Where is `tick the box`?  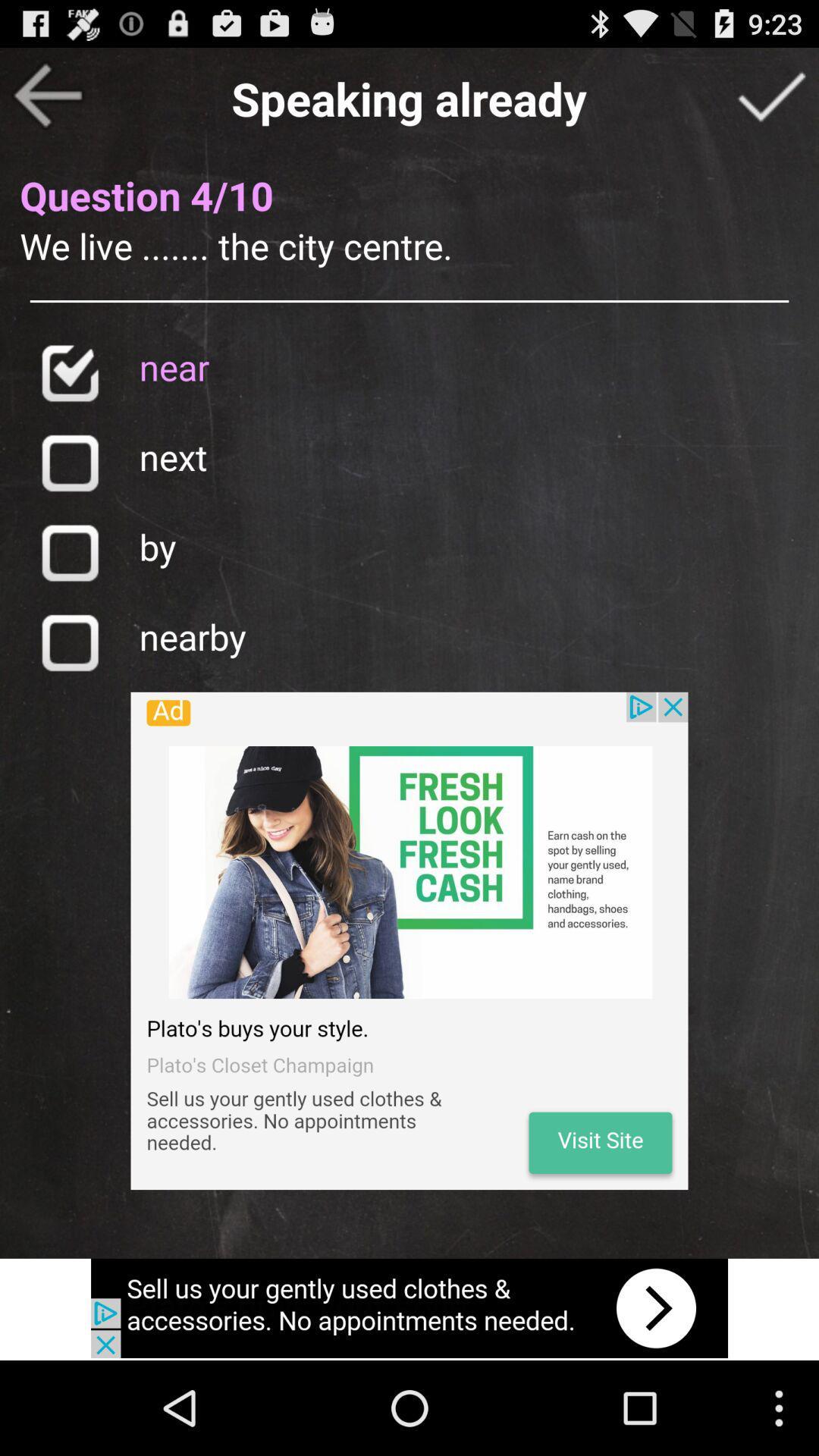 tick the box is located at coordinates (771, 94).